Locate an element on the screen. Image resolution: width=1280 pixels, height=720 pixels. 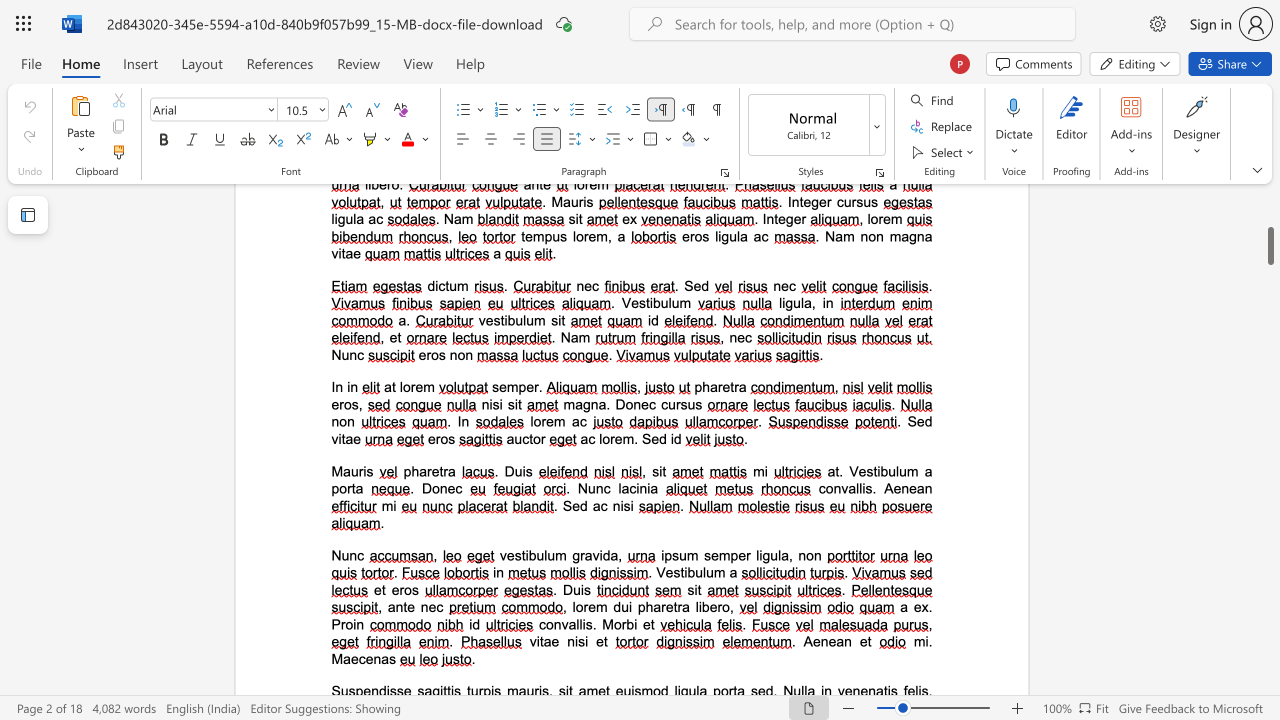
the 1th character "c" in the text is located at coordinates (603, 505).